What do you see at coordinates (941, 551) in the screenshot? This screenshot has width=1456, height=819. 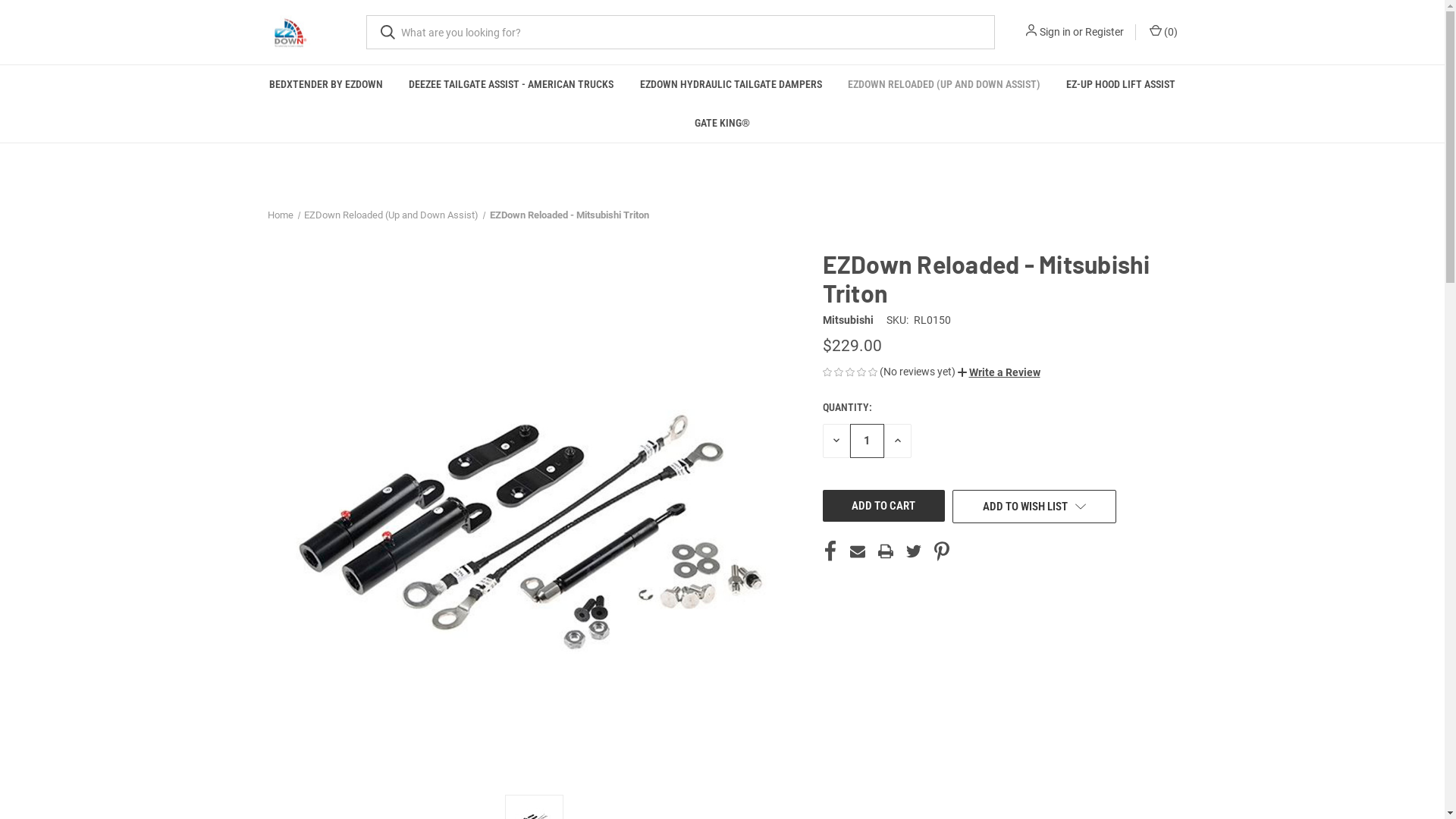 I see `'Pinterest'` at bounding box center [941, 551].